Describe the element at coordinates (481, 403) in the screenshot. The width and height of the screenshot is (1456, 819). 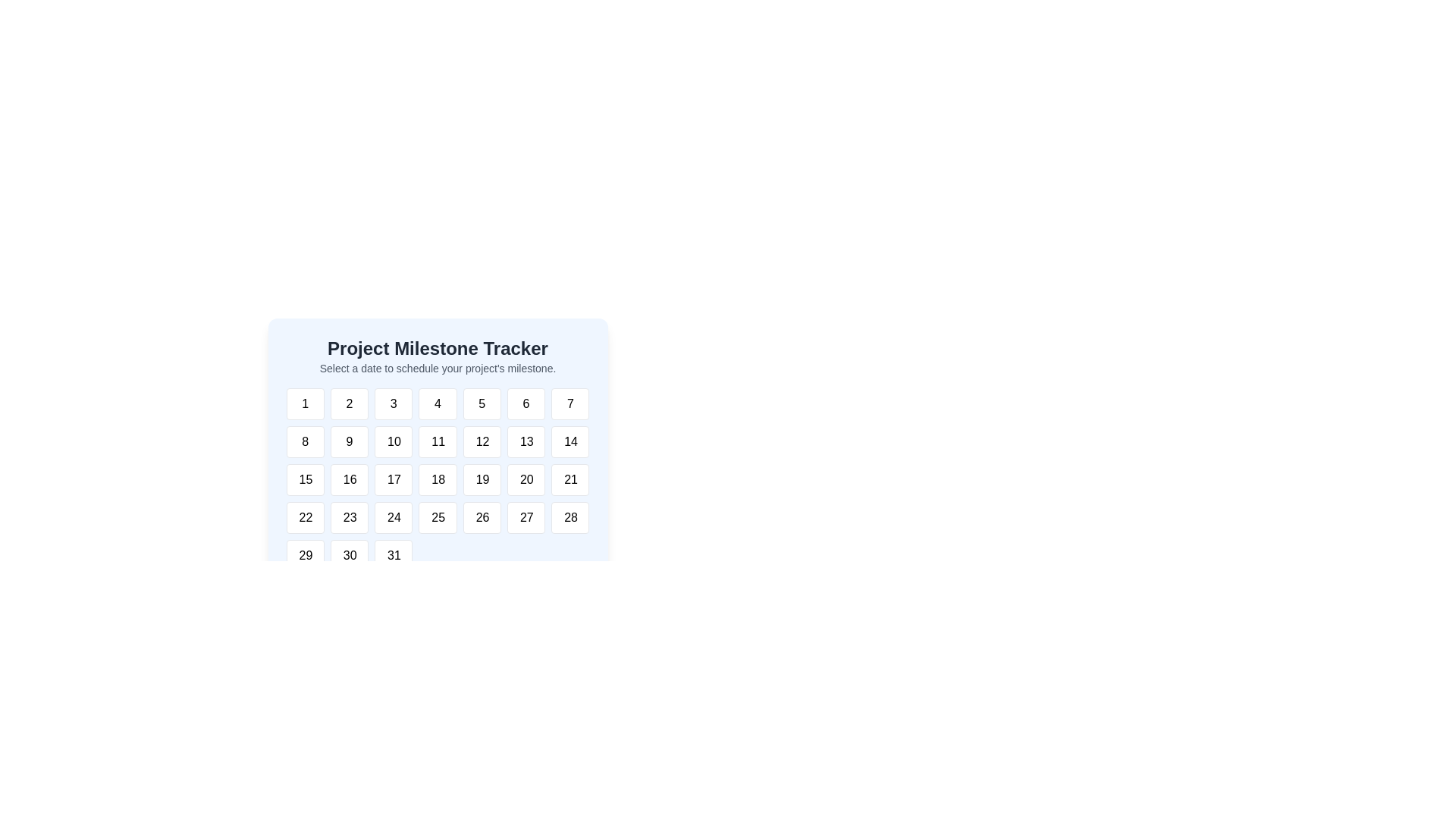
I see `the button representing the date '5' in the Project Milestone Tracker` at that location.